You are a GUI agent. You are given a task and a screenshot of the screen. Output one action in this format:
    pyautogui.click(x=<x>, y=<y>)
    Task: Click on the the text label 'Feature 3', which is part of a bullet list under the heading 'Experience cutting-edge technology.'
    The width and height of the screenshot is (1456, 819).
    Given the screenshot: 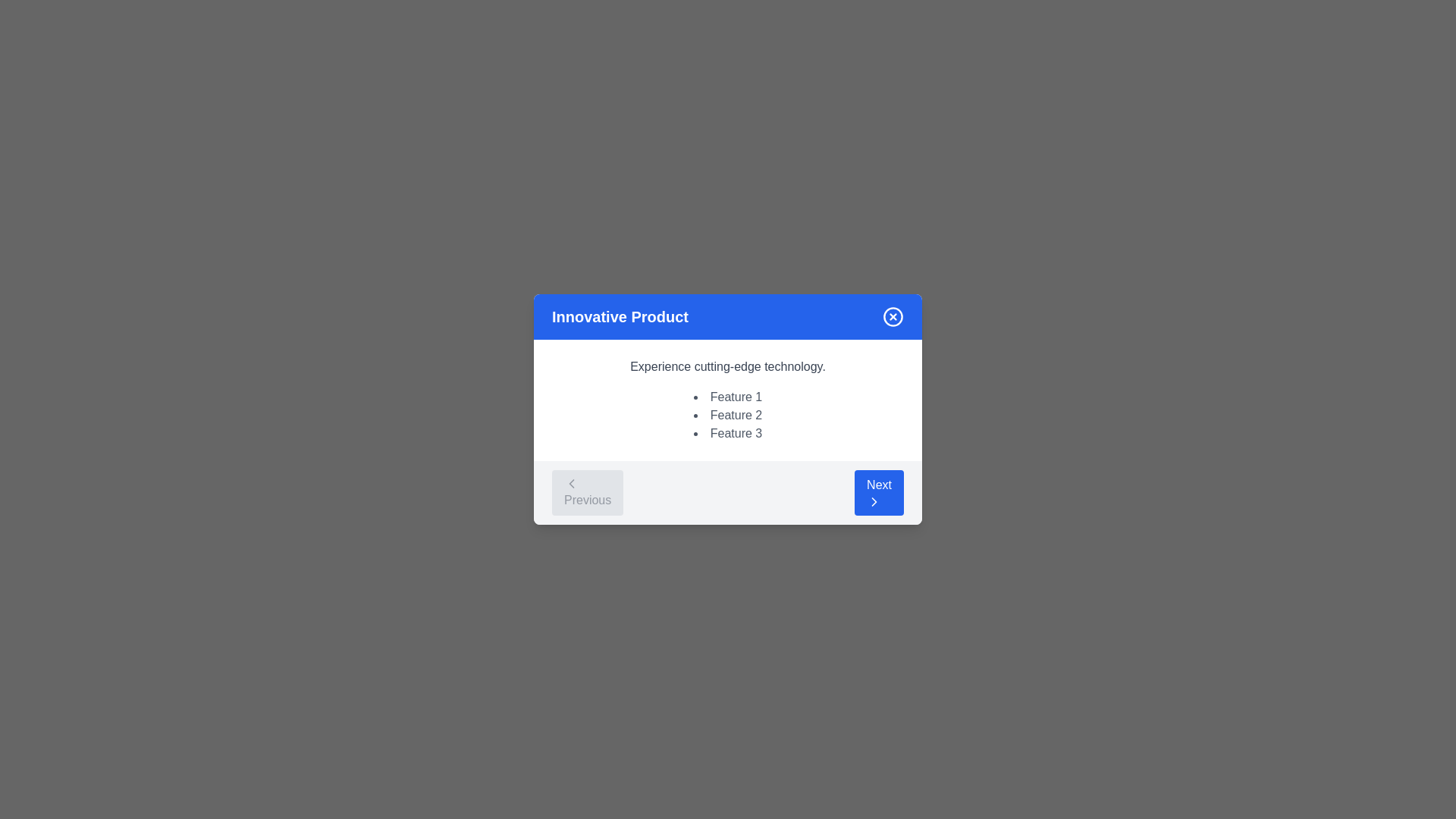 What is the action you would take?
    pyautogui.click(x=728, y=433)
    